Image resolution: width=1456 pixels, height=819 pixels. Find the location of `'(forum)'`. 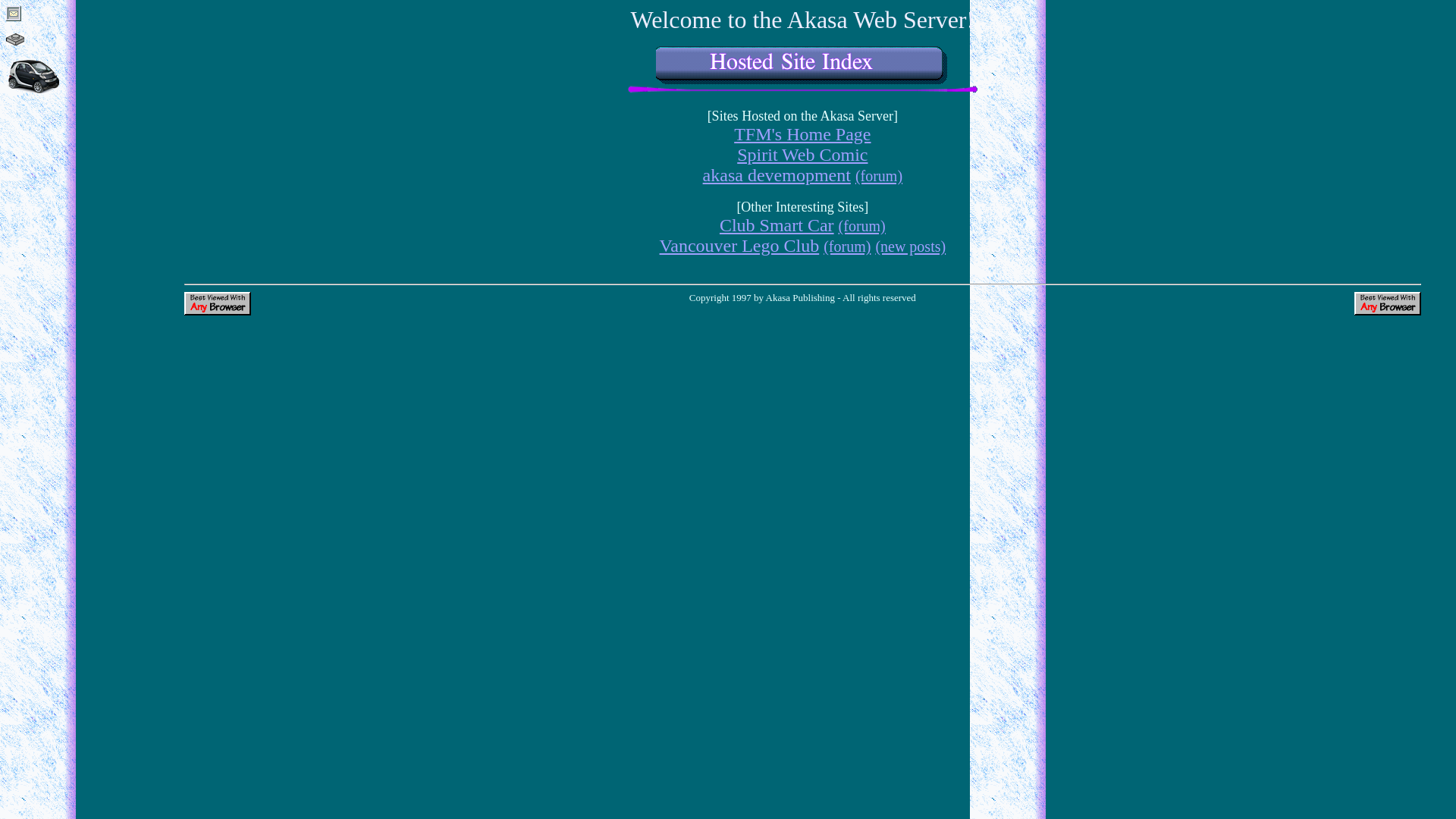

'(forum)' is located at coordinates (862, 225).